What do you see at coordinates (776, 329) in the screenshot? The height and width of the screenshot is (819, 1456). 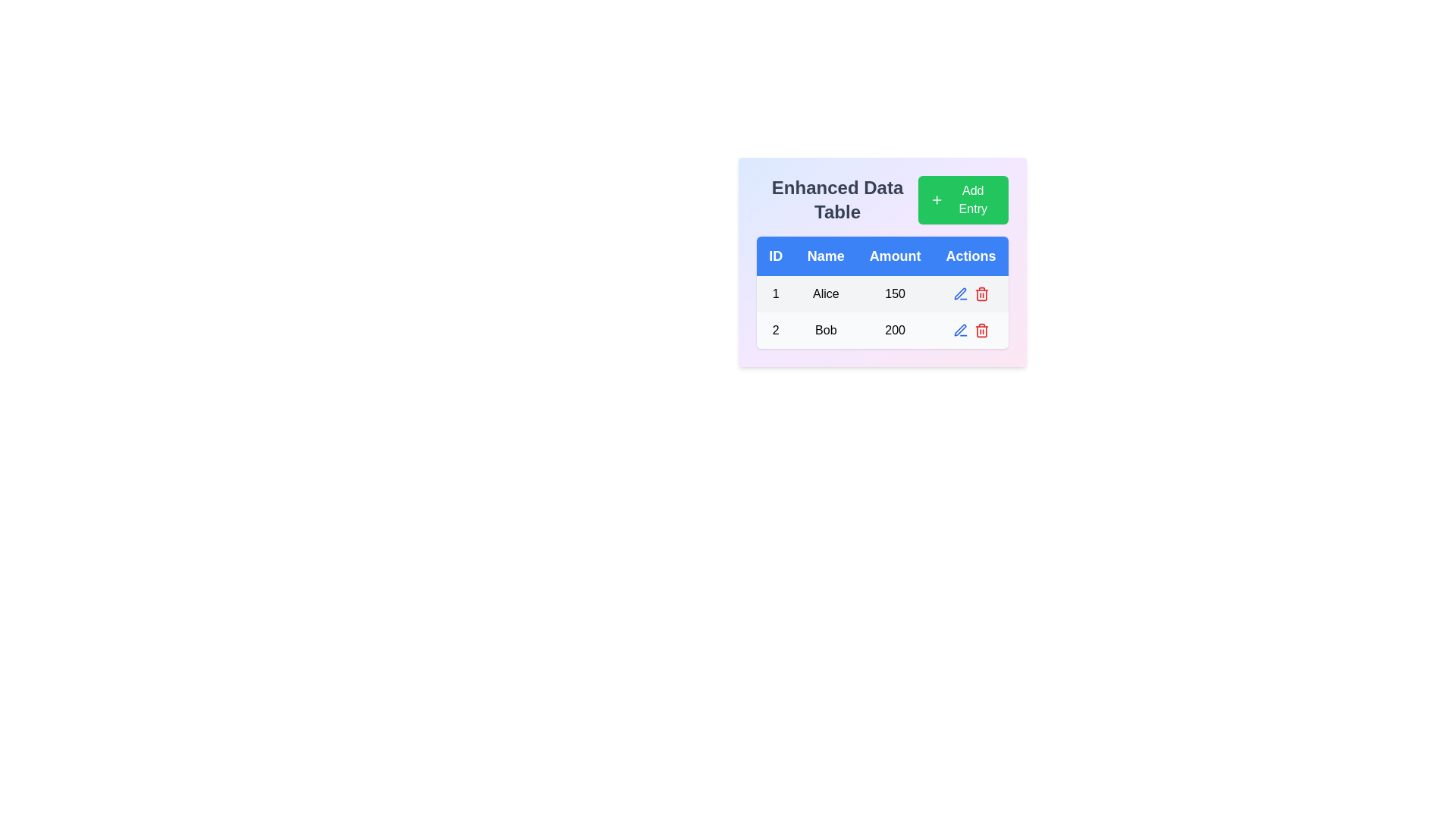 I see `the text label that identifies the row with the sequential number '2' in the first column of the second row under the header 'ID'` at bounding box center [776, 329].